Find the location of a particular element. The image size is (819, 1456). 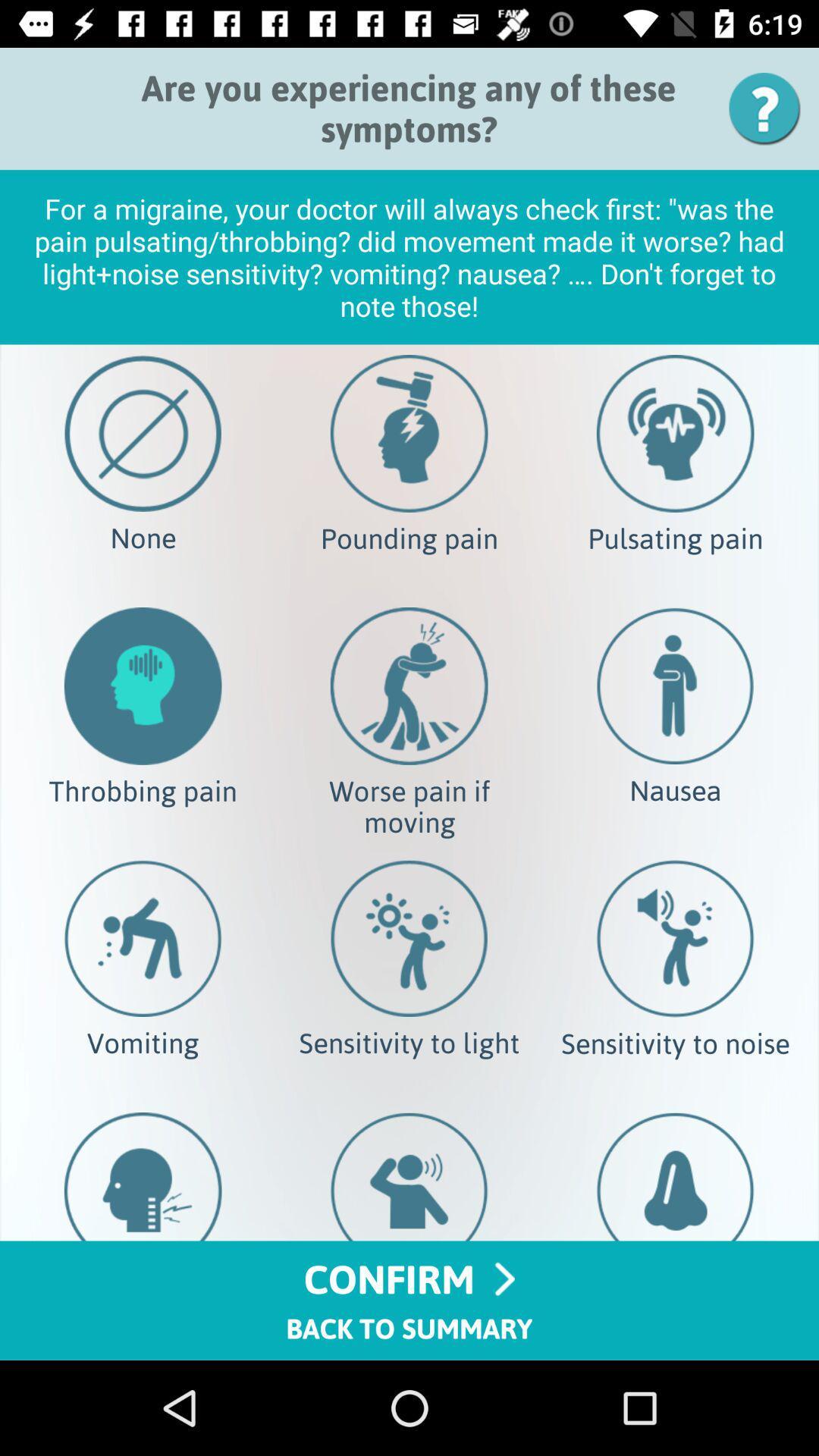

the help icon is located at coordinates (770, 108).